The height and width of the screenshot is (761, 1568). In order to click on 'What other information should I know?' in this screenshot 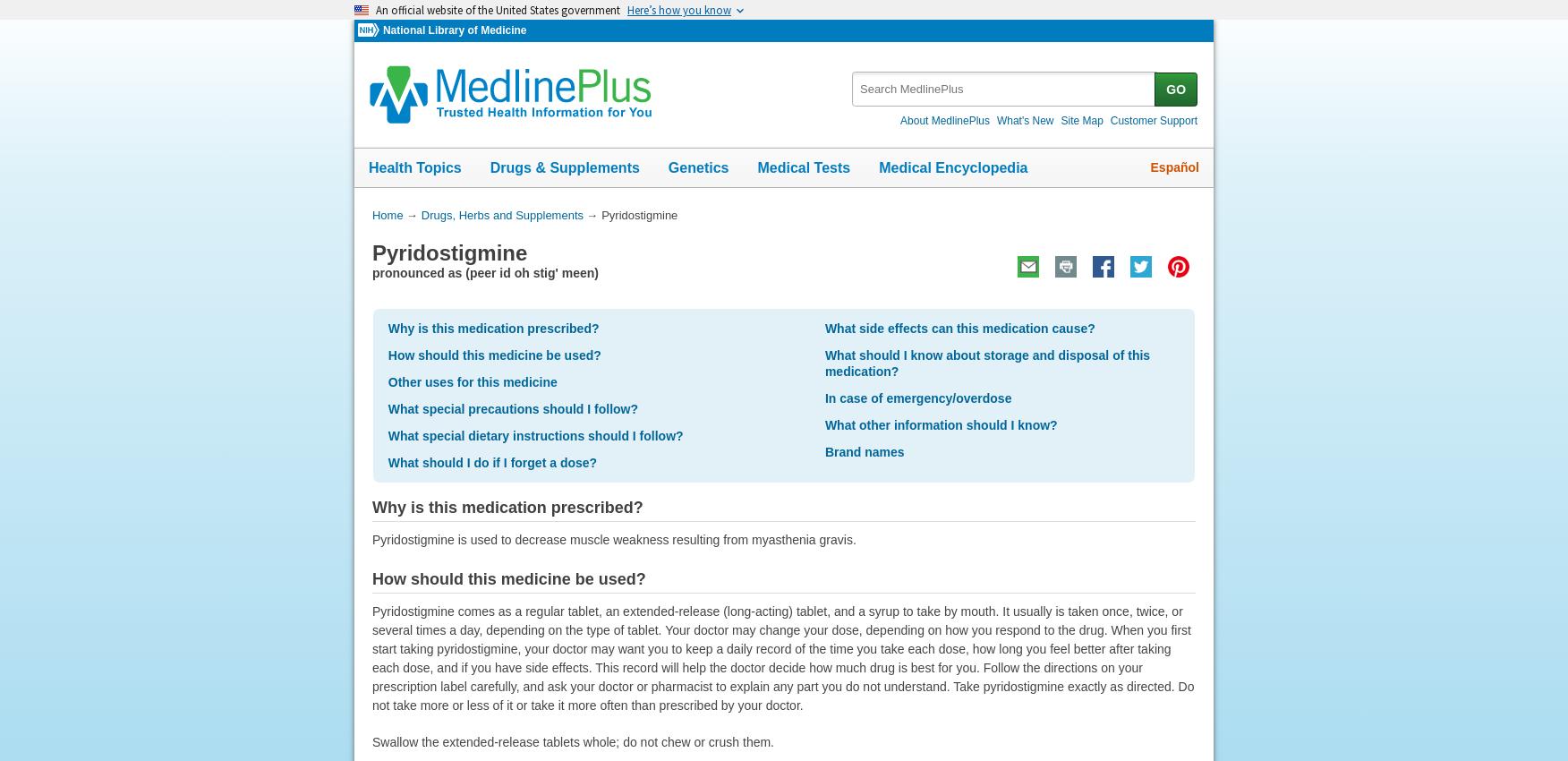, I will do `click(941, 423)`.